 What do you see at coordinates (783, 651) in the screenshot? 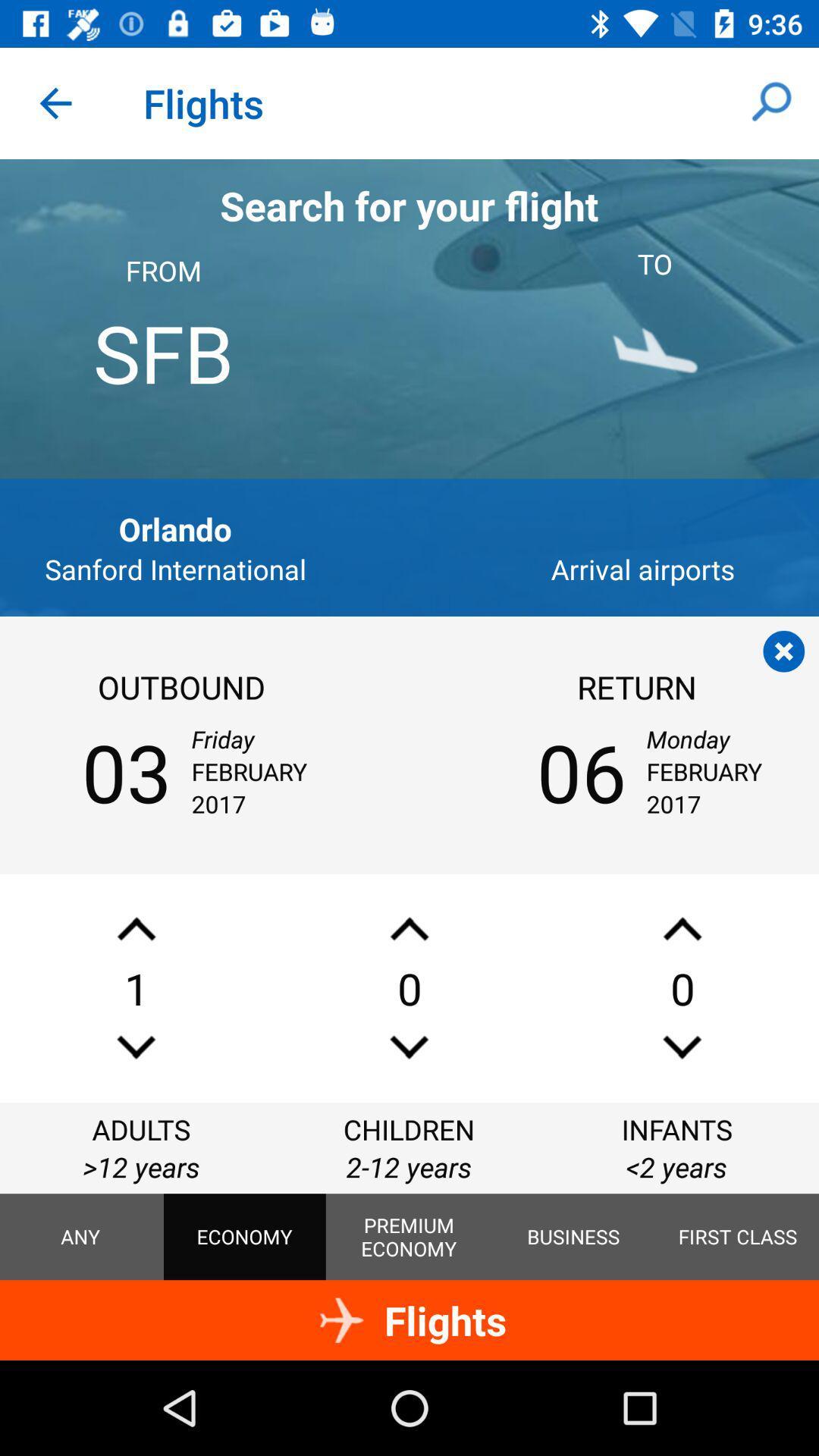
I see `the close icon` at bounding box center [783, 651].